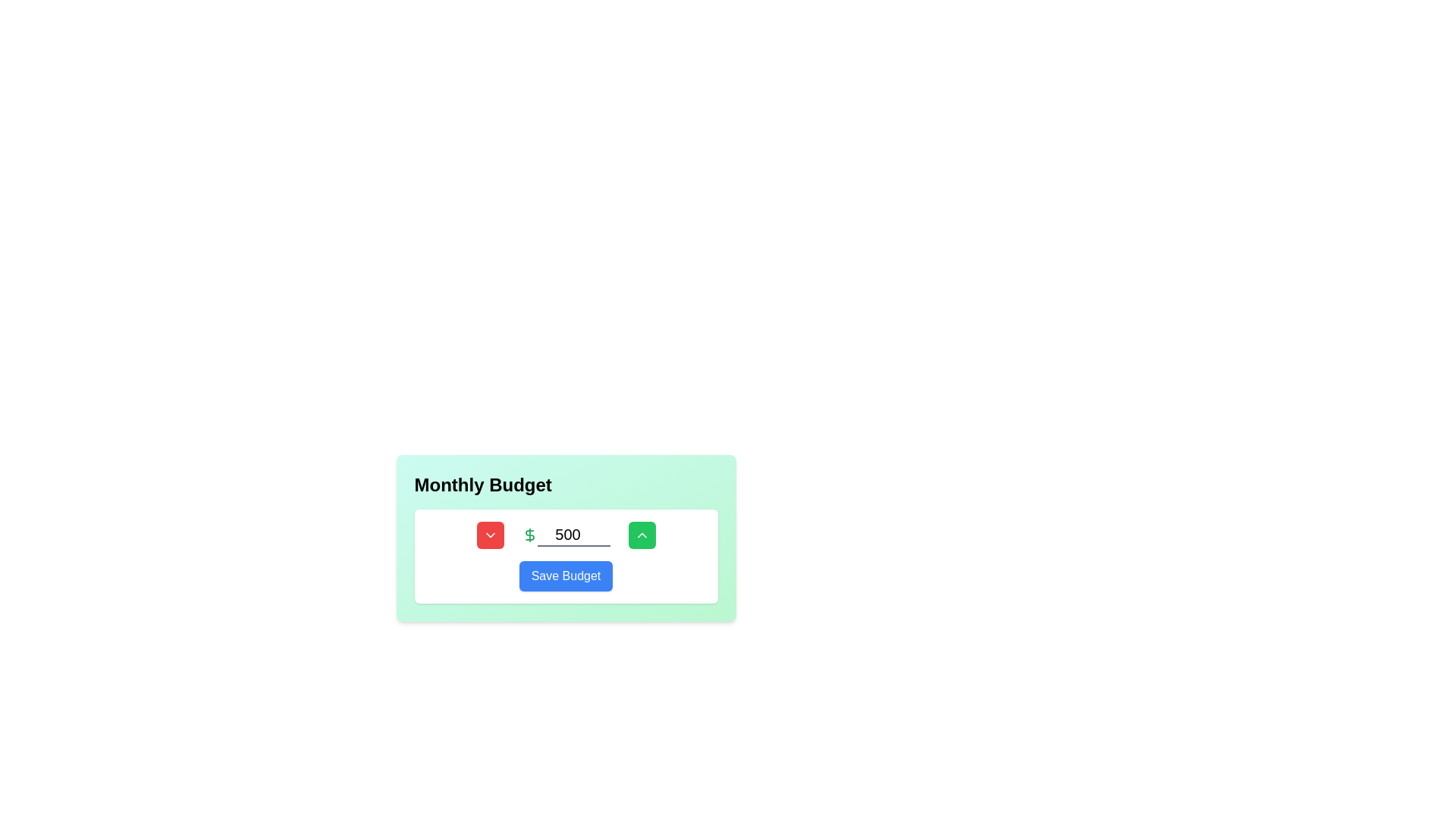 This screenshot has width=1456, height=819. I want to click on the increment button located to the right of the numeric input box displaying '500' in the 'Monthly Budget' section to increment the value, so click(642, 534).